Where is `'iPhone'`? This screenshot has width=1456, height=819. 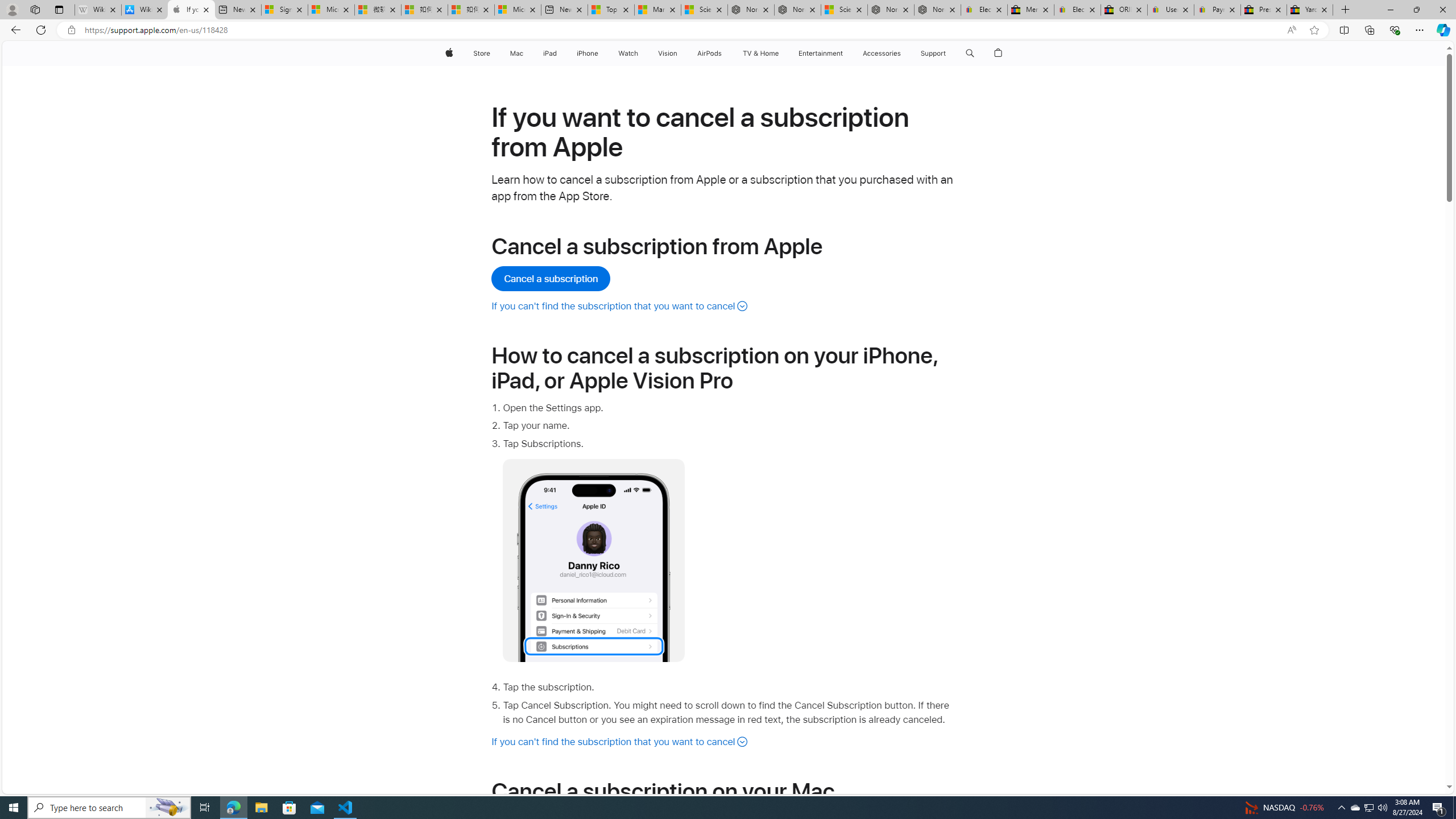
'iPhone' is located at coordinates (586, 53).